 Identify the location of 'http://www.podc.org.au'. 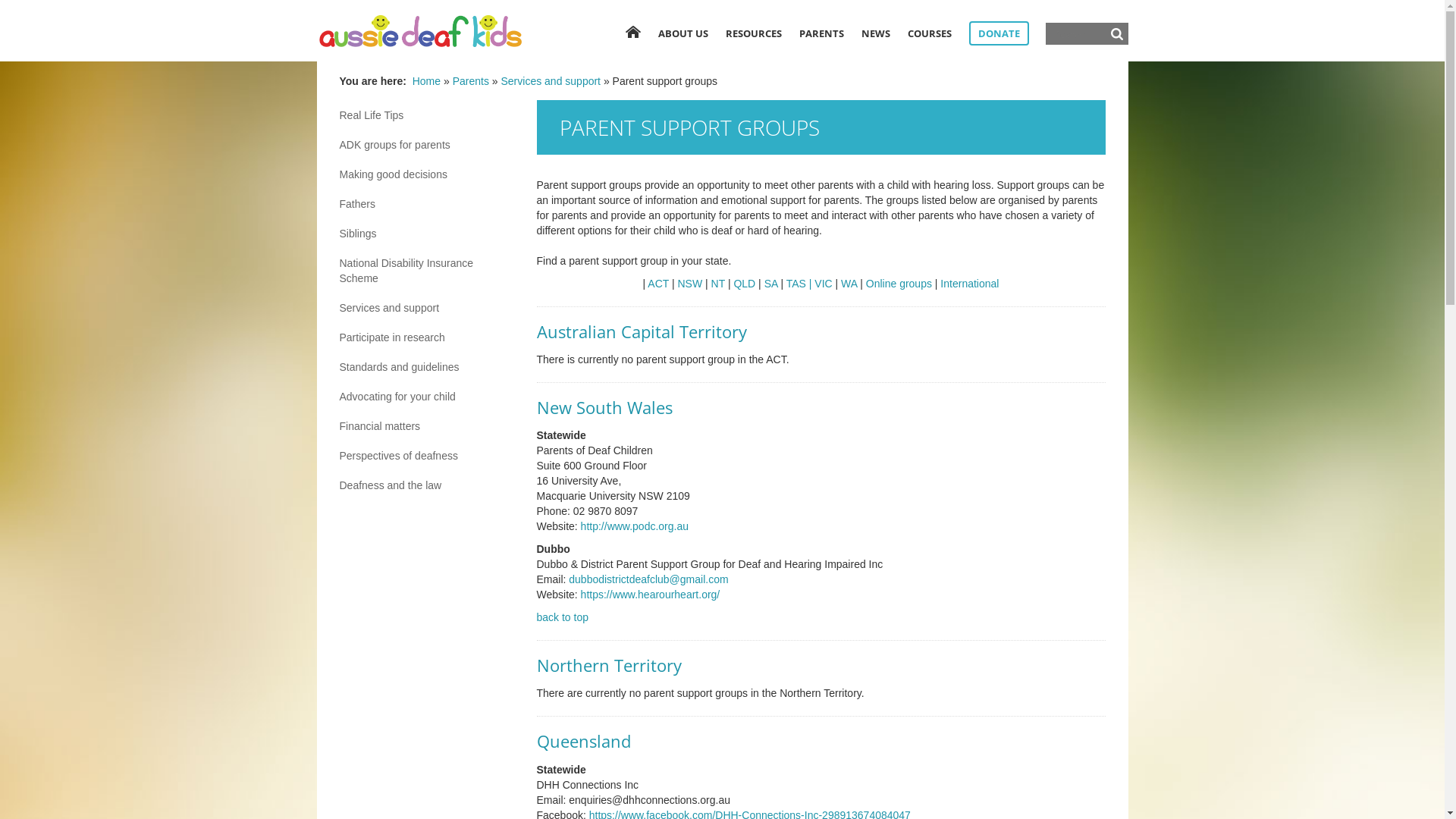
(634, 526).